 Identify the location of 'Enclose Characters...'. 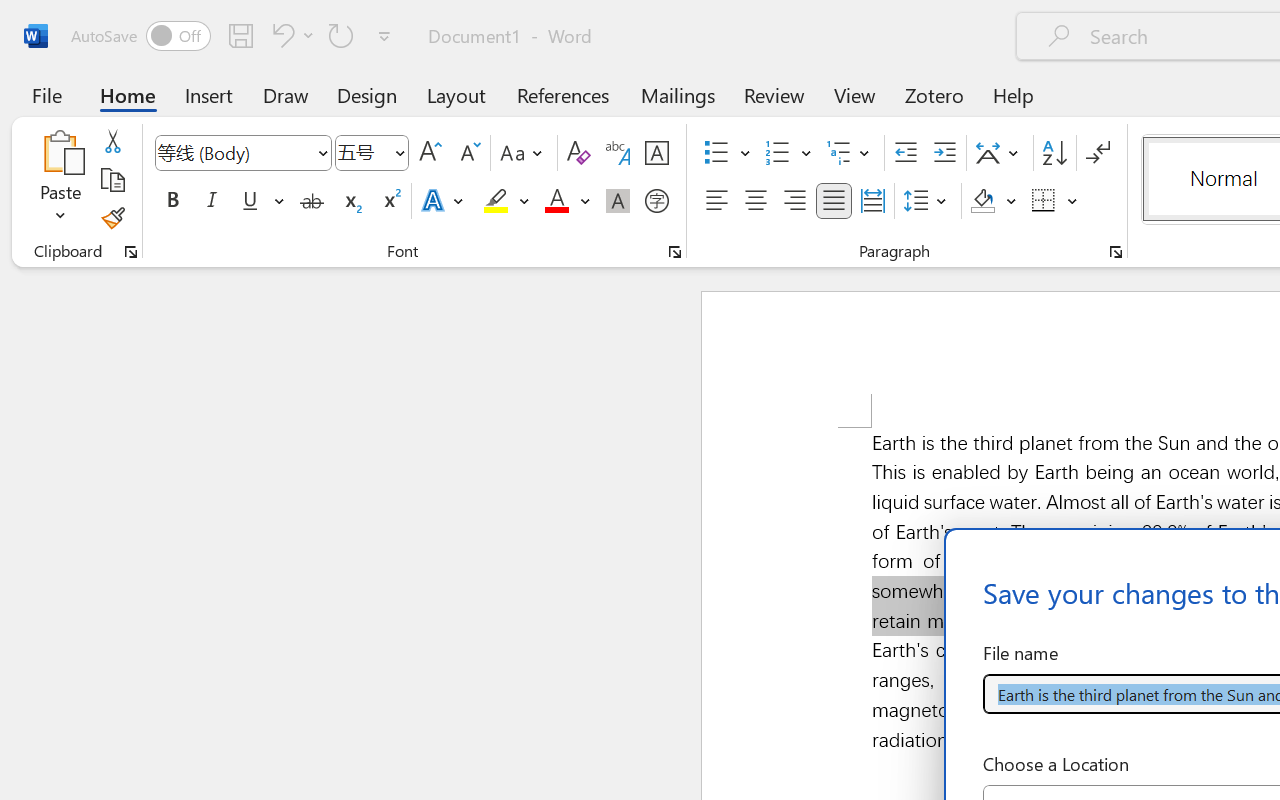
(656, 201).